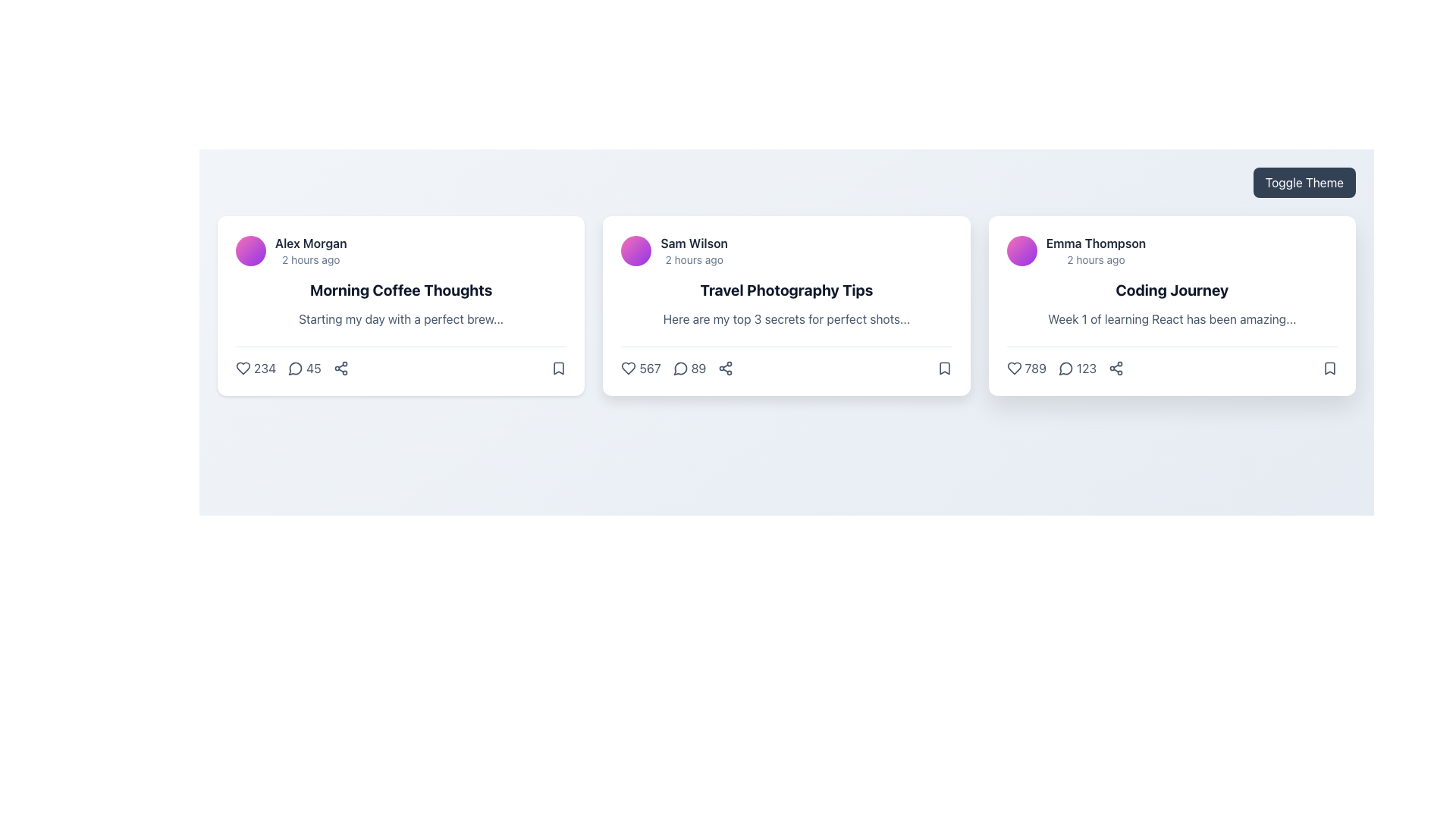  I want to click on on the circular speech bubble icon located in the rightmost card's icon group below the main content, so click(1065, 369).